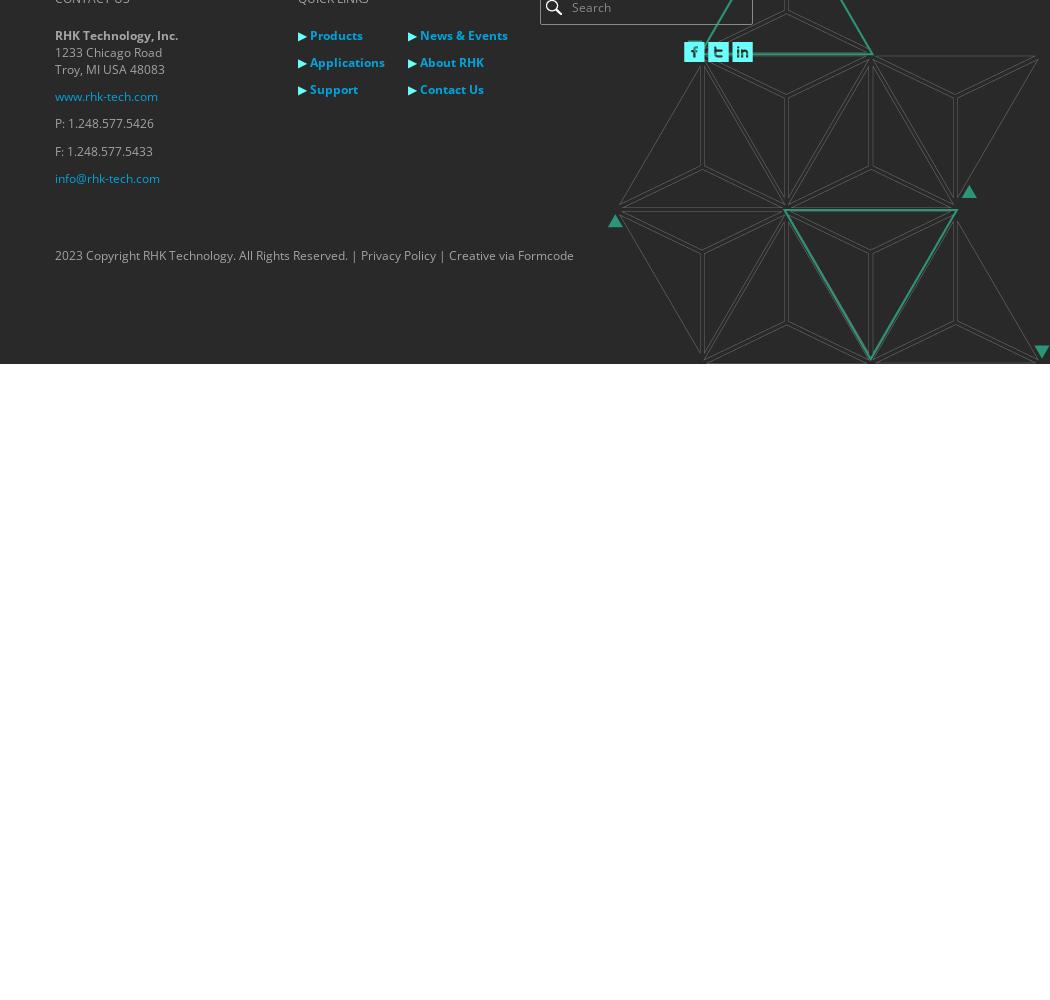 This screenshot has height=1000, width=1050. What do you see at coordinates (441, 254) in the screenshot?
I see `'|'` at bounding box center [441, 254].